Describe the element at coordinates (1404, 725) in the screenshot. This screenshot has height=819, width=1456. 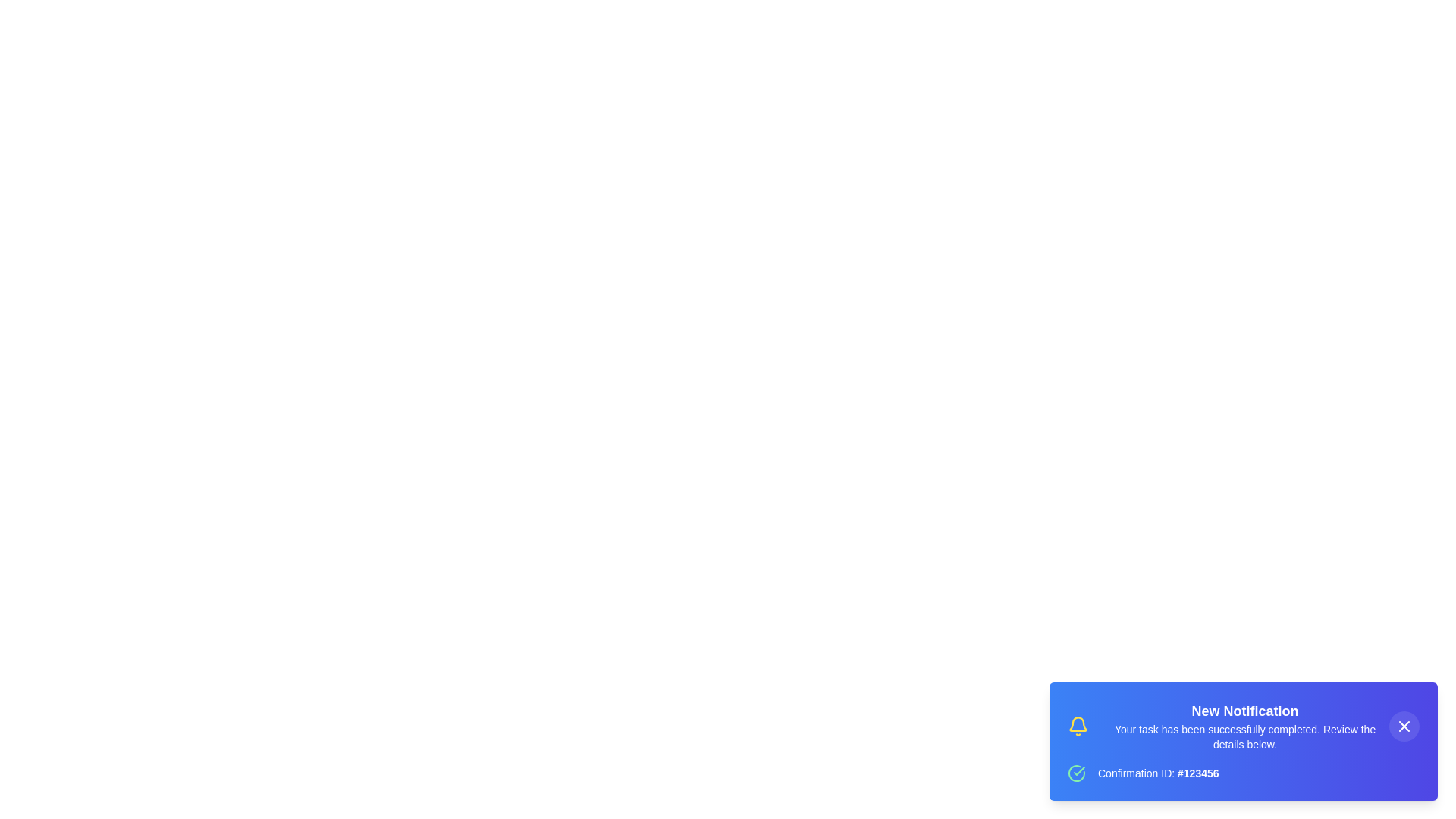
I see `the Close button icon located at the top-right corner of the notification card` at that location.